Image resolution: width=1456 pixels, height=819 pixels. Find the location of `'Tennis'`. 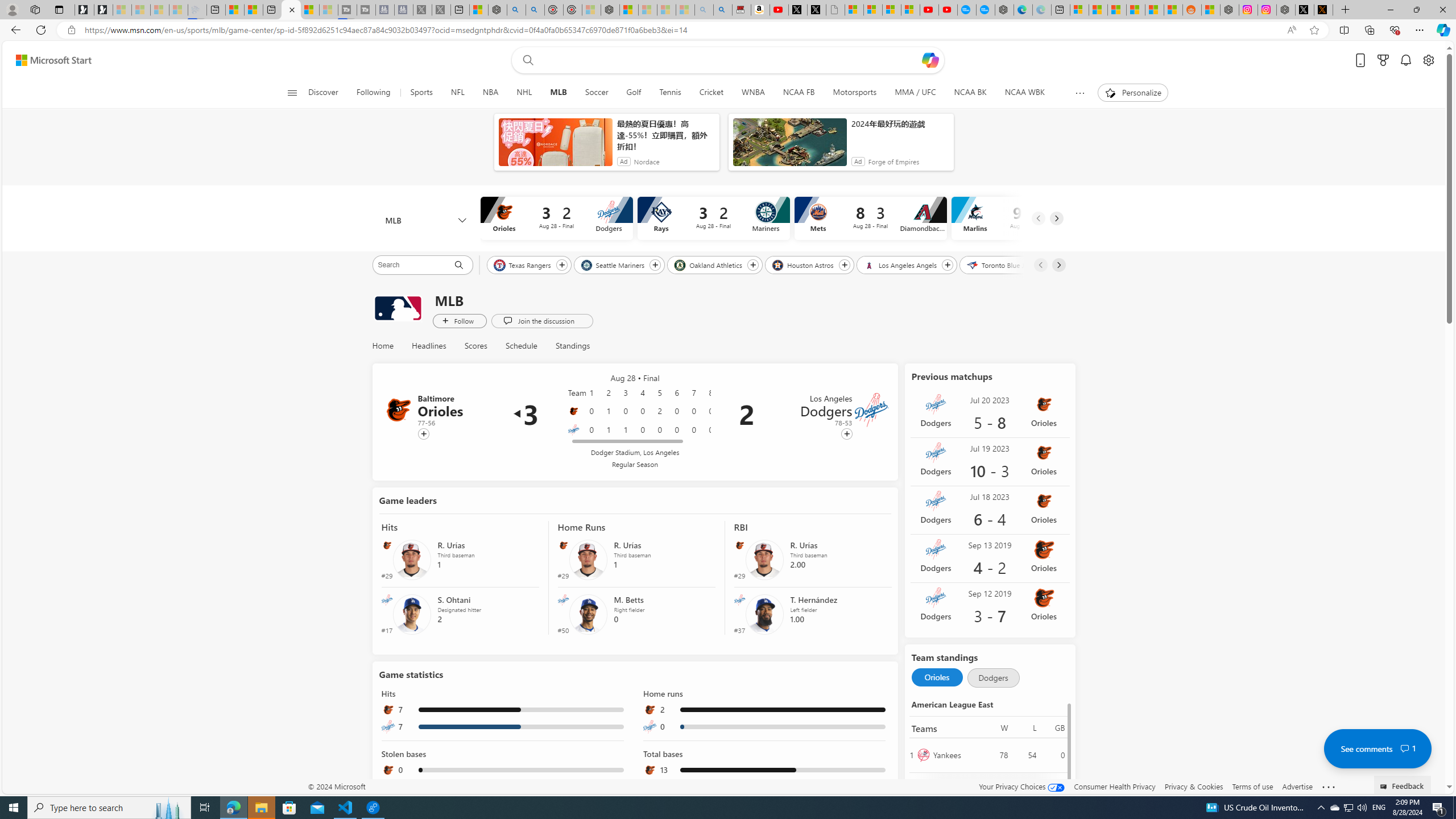

'Tennis' is located at coordinates (669, 92).